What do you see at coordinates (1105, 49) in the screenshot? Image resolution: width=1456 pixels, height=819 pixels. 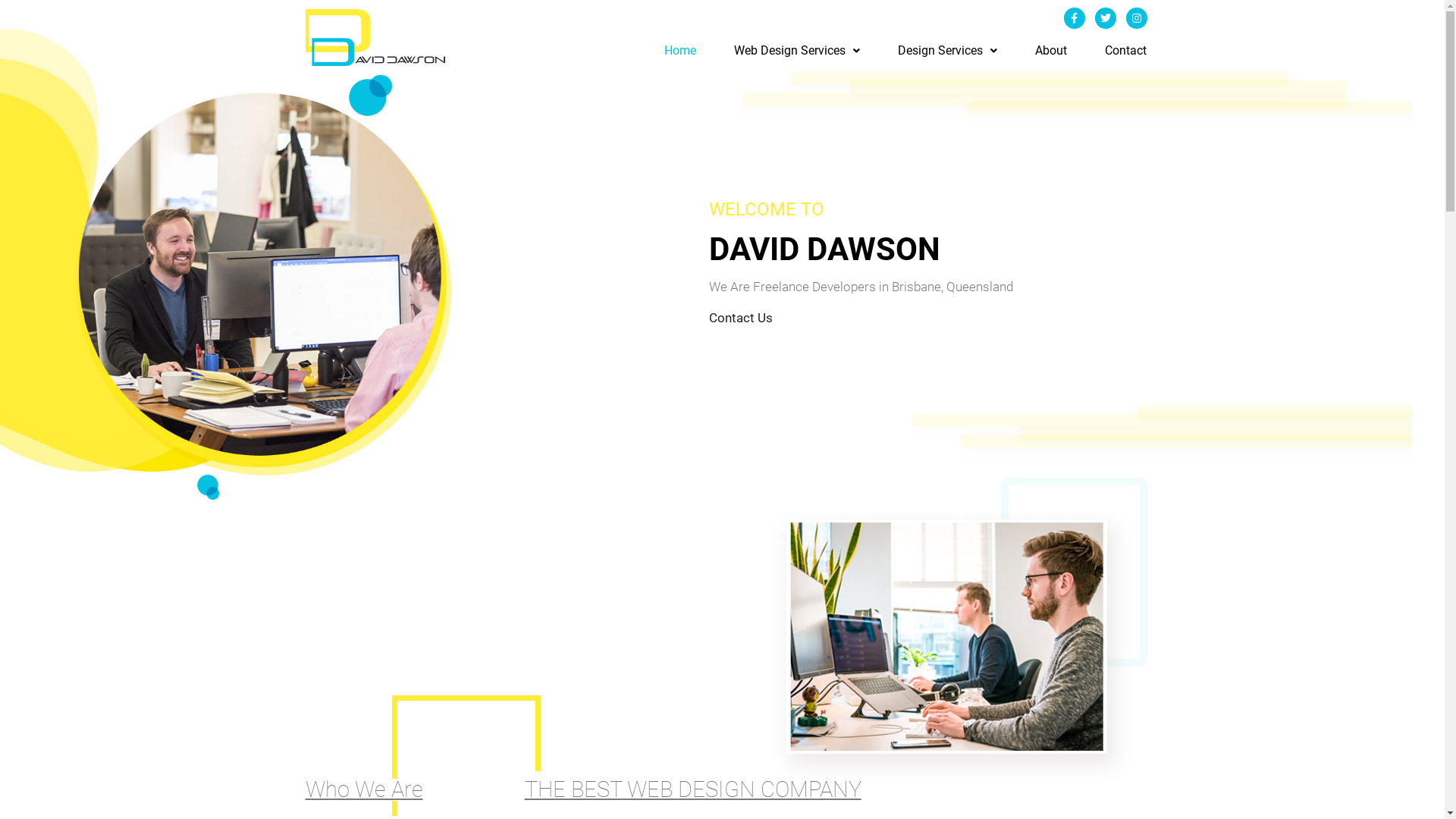 I see `'Contact'` at bounding box center [1105, 49].